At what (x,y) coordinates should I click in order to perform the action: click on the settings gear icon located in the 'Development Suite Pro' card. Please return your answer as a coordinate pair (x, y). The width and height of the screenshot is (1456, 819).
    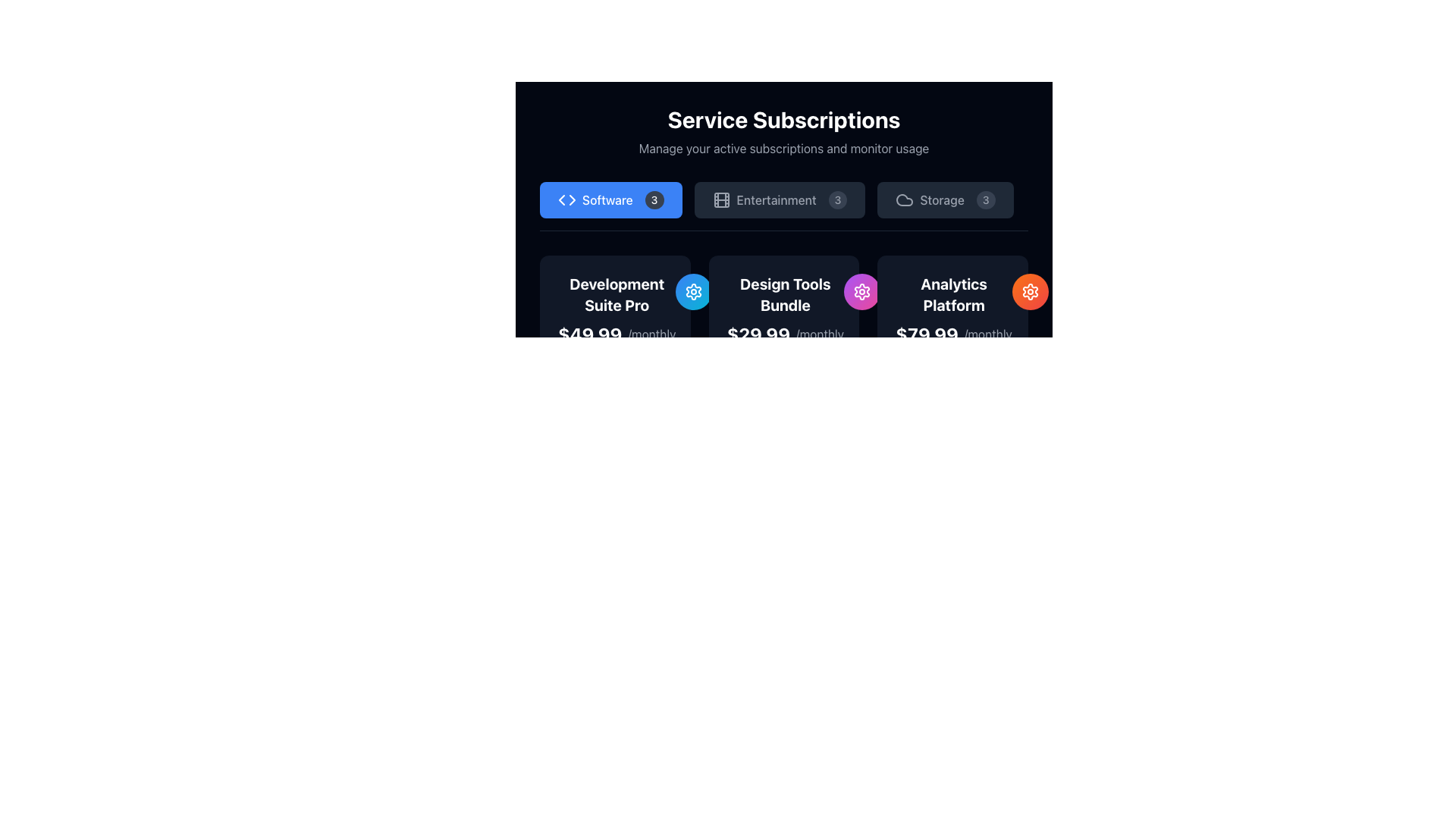
    Looking at the image, I should click on (693, 292).